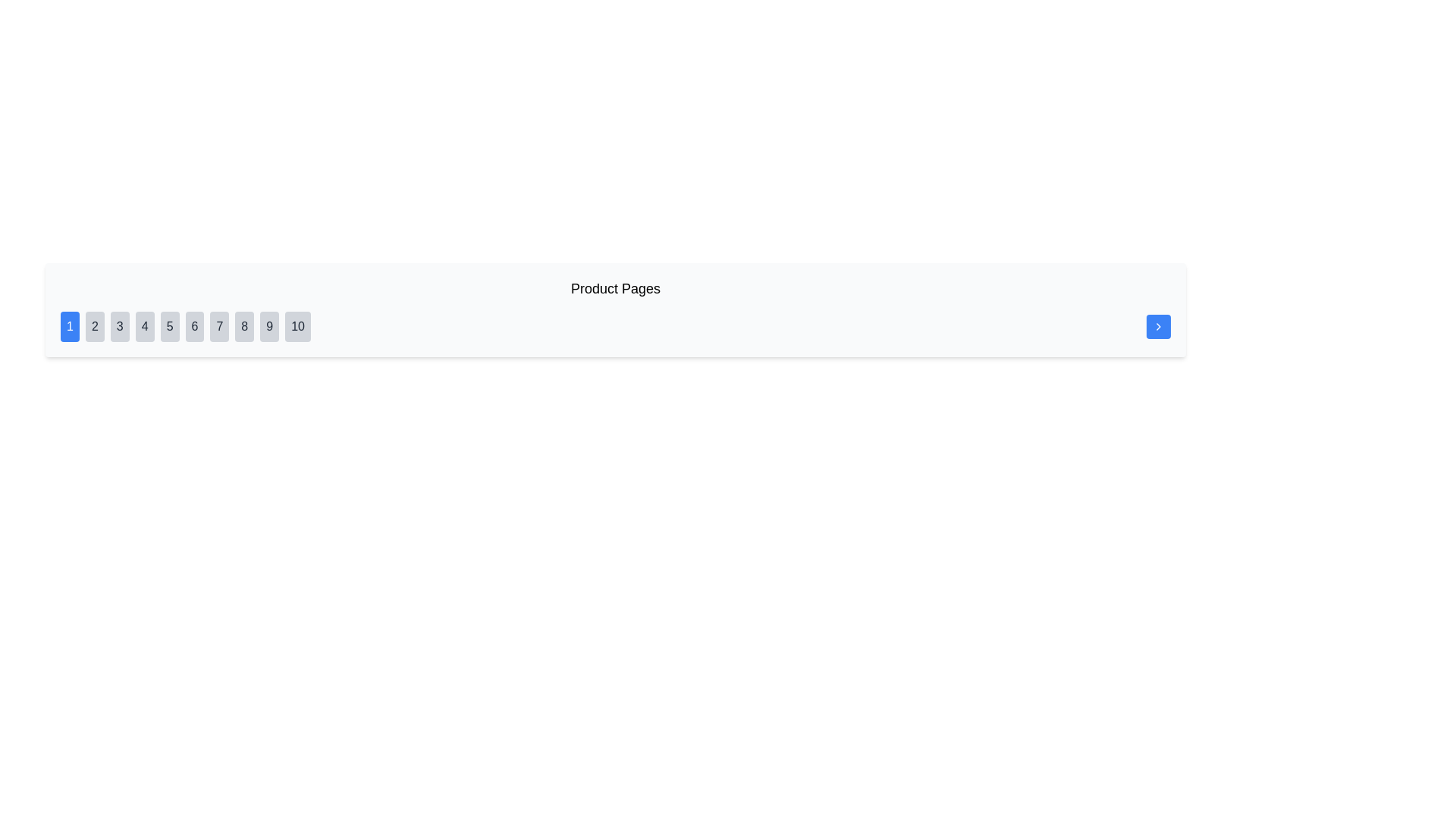 This screenshot has width=1456, height=819. What do you see at coordinates (1157, 326) in the screenshot?
I see `the pagination button located at the rightmost end of the pagination row` at bounding box center [1157, 326].